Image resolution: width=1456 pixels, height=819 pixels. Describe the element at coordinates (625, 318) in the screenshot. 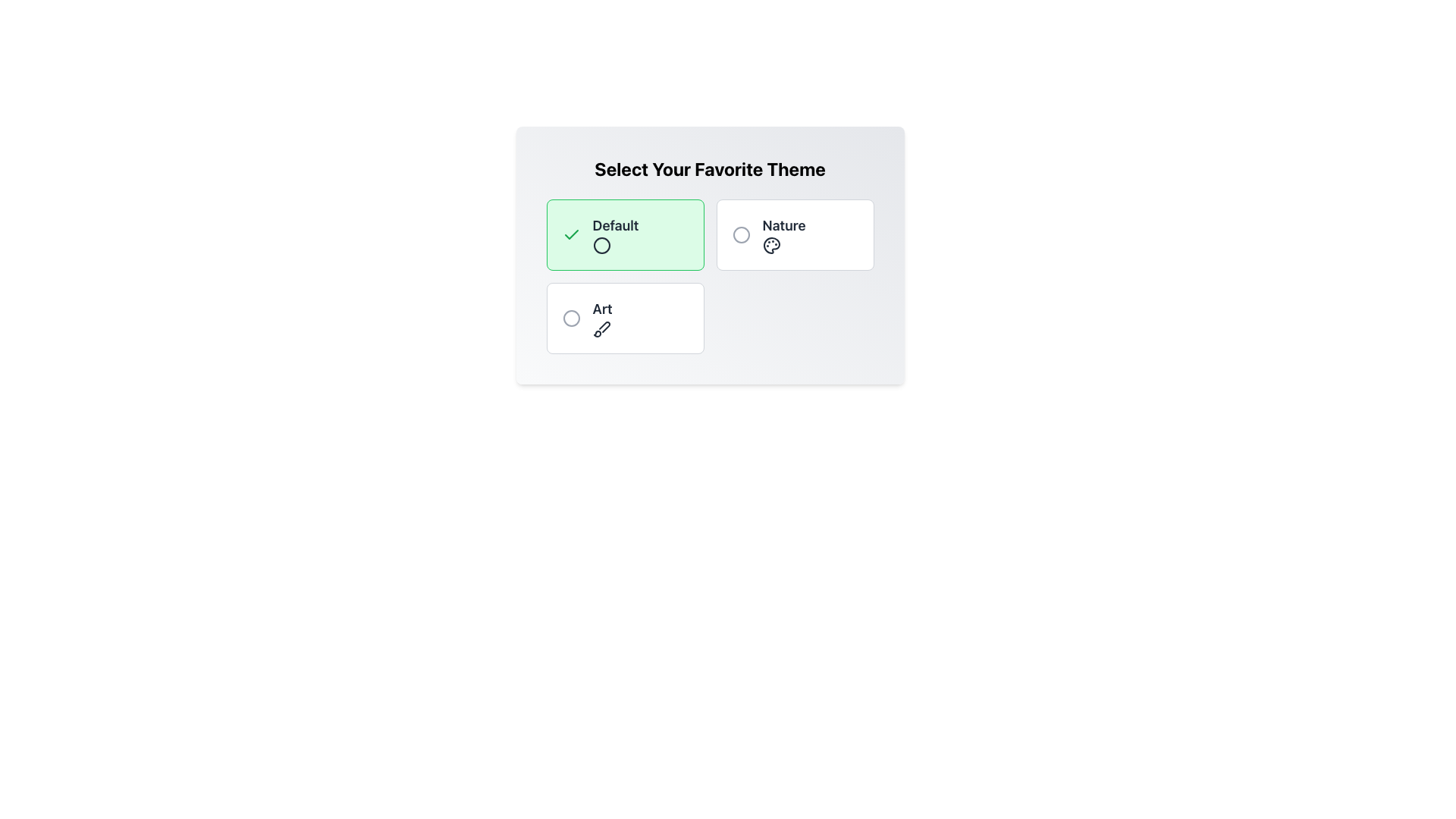

I see `the 'Art' selectable card with a radio button` at that location.